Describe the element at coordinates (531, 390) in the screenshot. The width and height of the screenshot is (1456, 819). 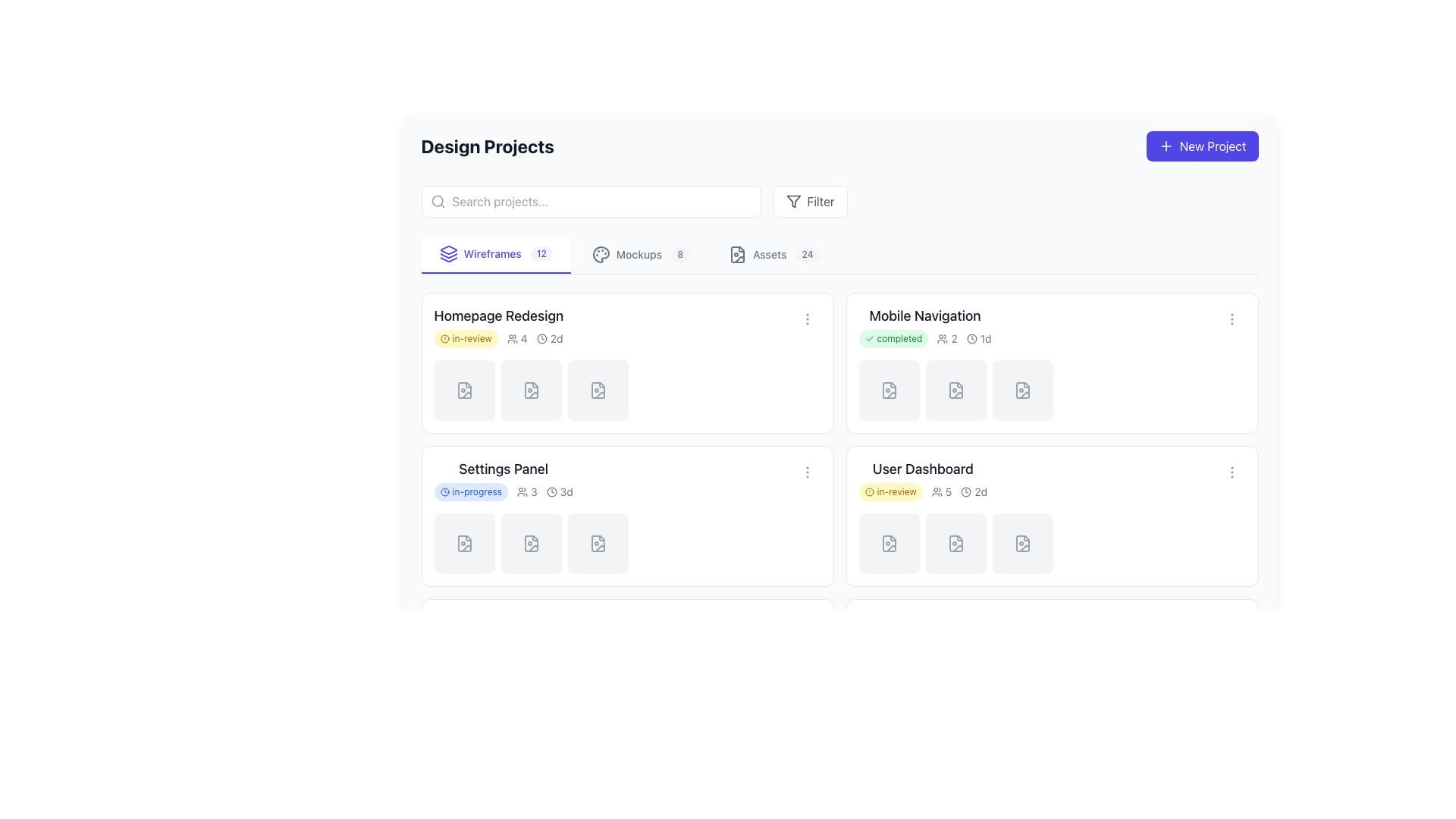
I see `the non-interactive document icon located within the 'Homepage Redesign' project card, specifically in the second card from the left in the top row of the grid` at that location.